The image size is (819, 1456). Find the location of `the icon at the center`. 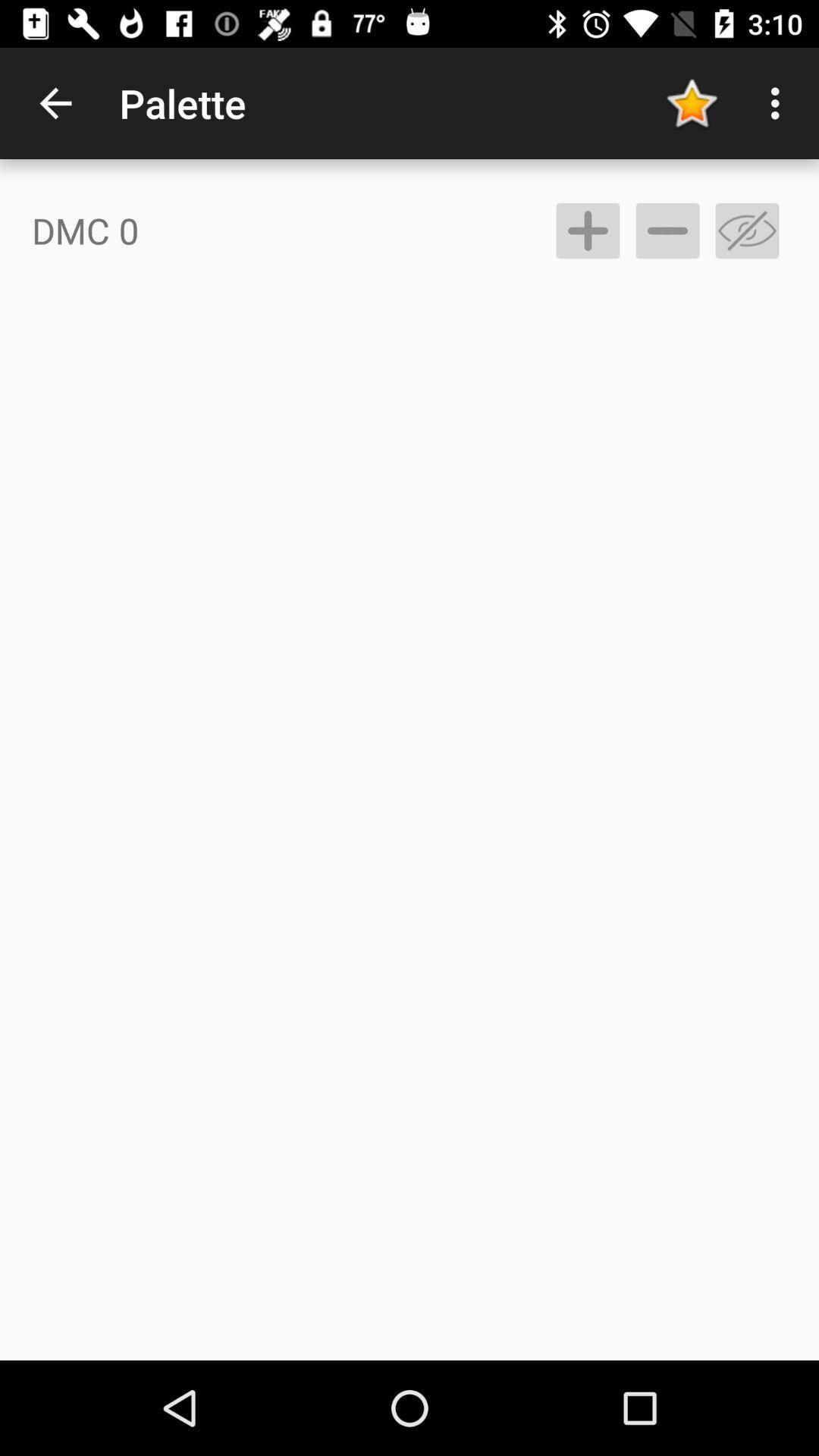

the icon at the center is located at coordinates (409, 799).